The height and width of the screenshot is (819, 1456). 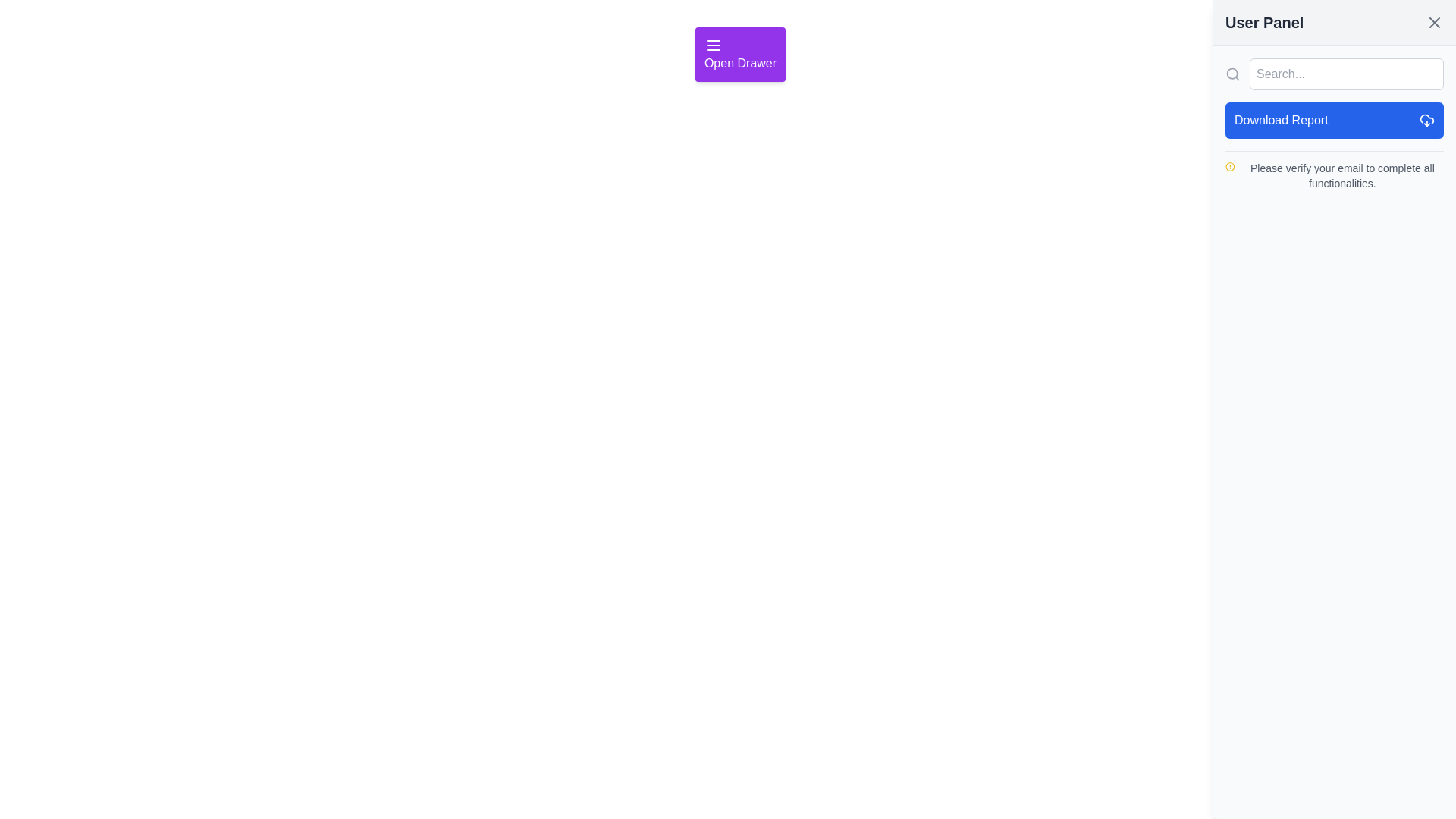 I want to click on the gray magnifying glass icon representing a search function located to the far left of the horizontal group of elements in the User Panel, so click(x=1233, y=74).